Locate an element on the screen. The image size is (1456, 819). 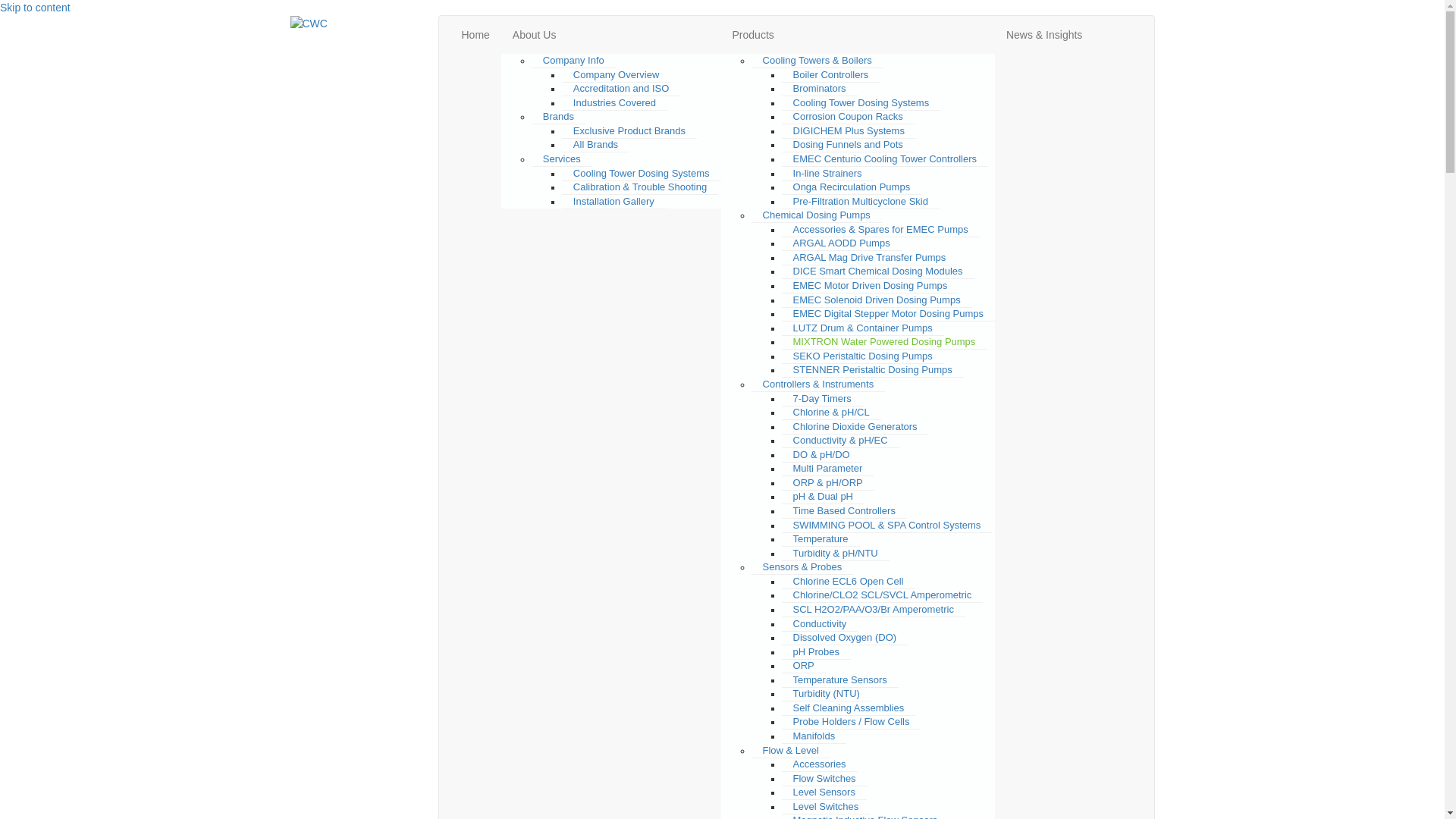
'ORP & pH/ORP' is located at coordinates (827, 482).